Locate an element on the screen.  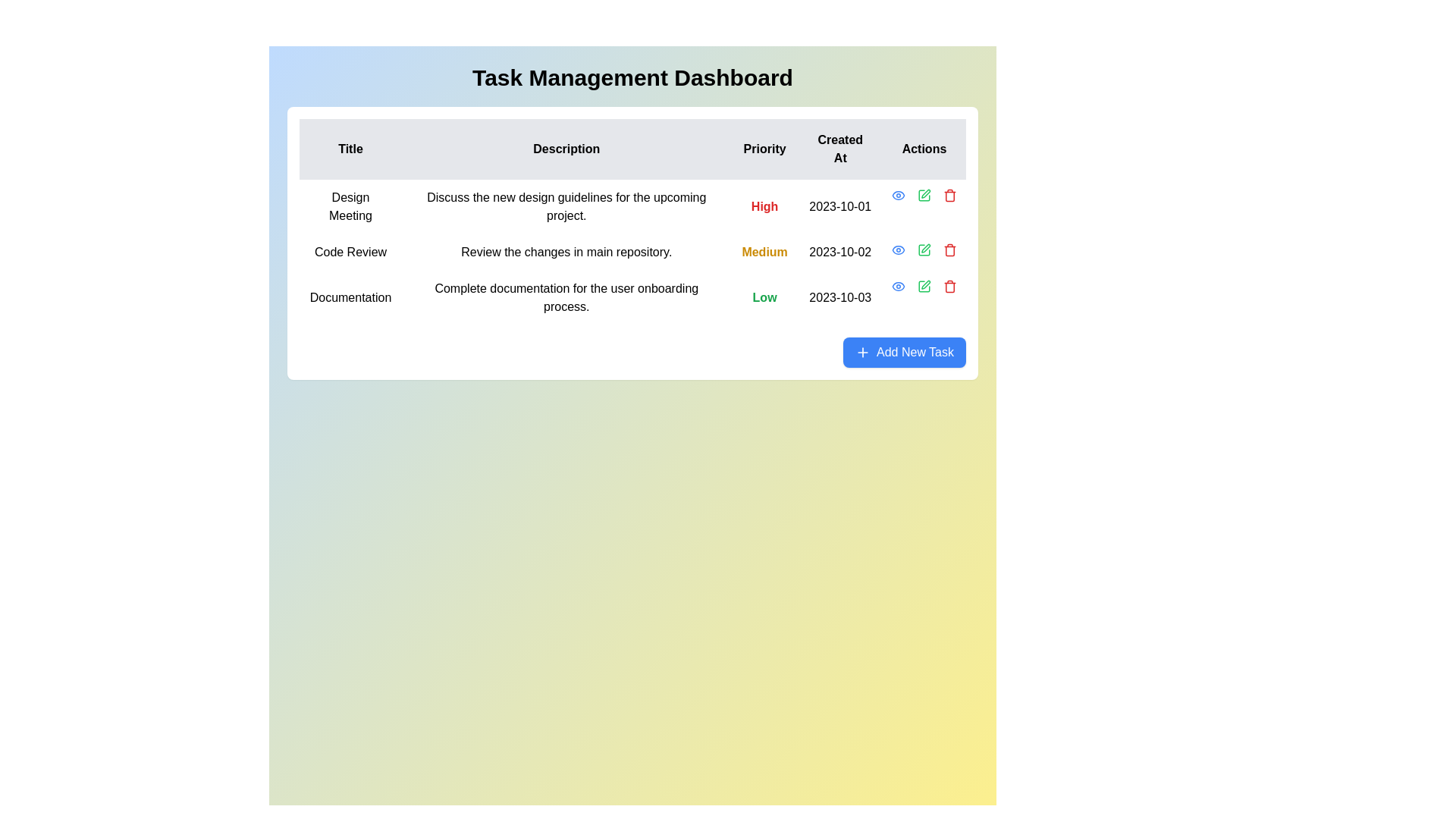
the icon button resembling a pen in the 'Actions' column for the 'Code Review' task is located at coordinates (925, 247).